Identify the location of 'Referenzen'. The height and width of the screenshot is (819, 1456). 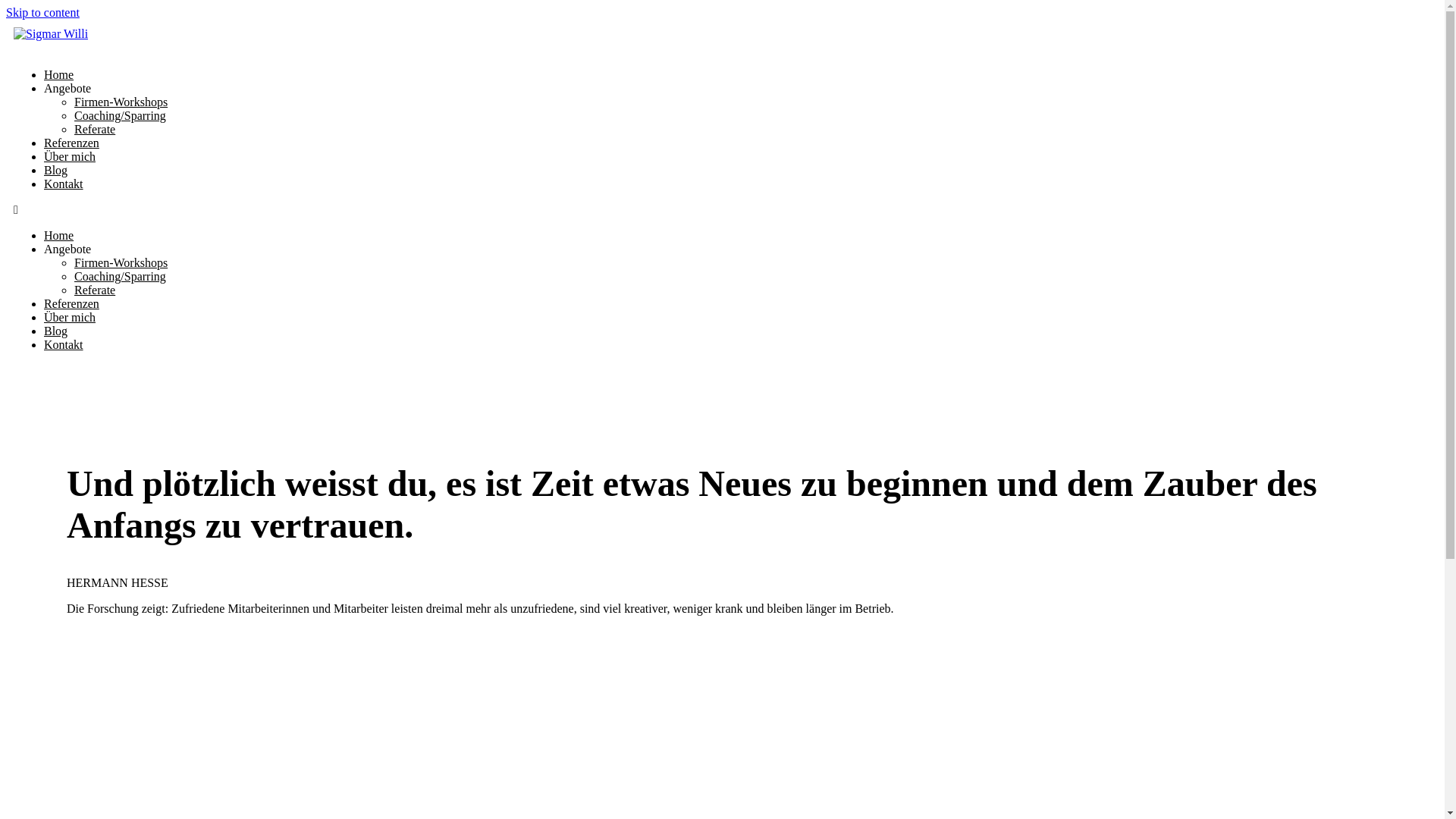
(71, 303).